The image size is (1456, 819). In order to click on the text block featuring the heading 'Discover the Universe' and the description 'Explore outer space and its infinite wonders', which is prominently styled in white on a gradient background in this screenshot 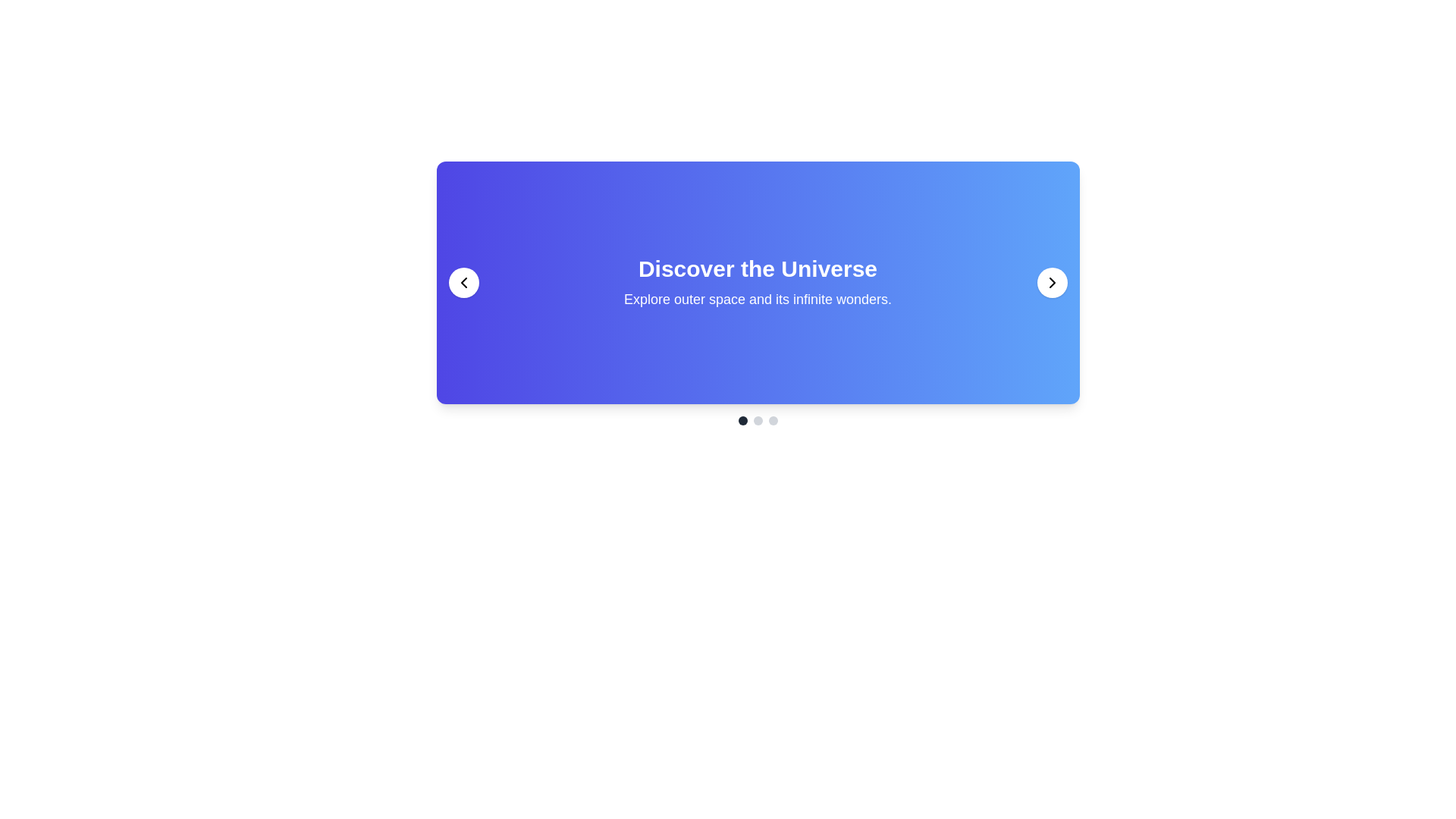, I will do `click(758, 283)`.